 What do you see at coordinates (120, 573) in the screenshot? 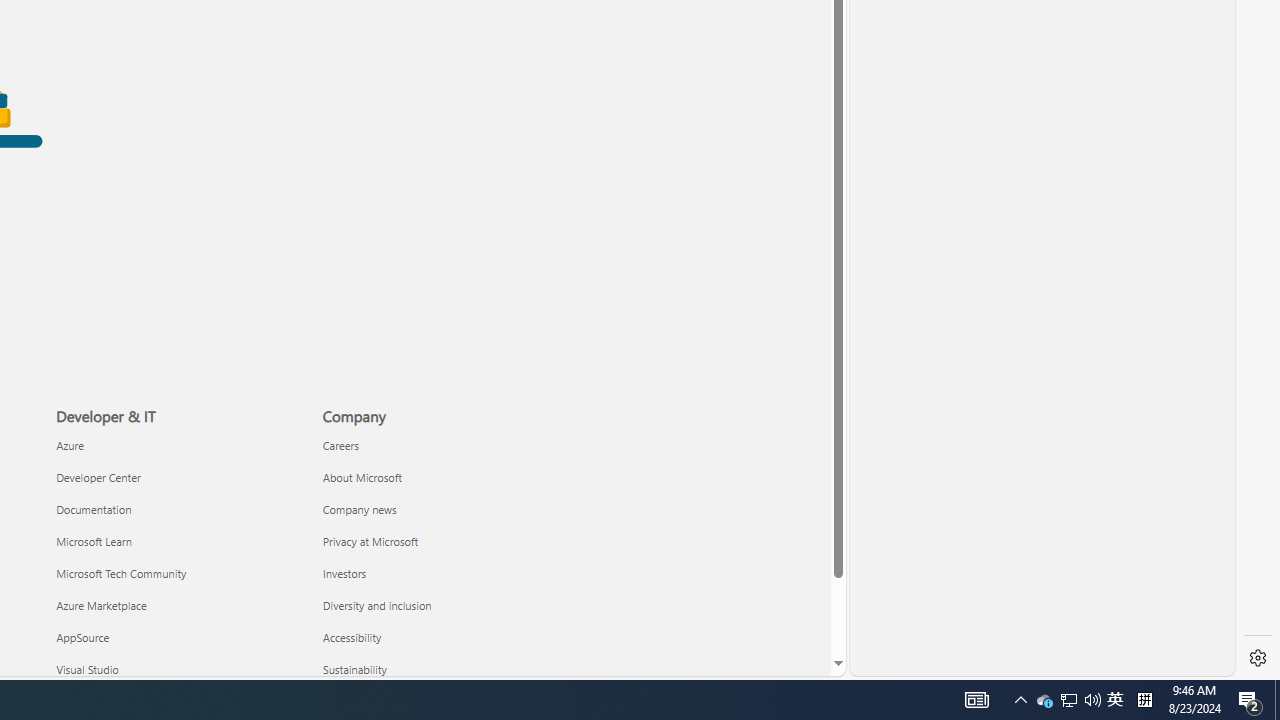
I see `'Microsoft Tech Community Developer & IT'` at bounding box center [120, 573].